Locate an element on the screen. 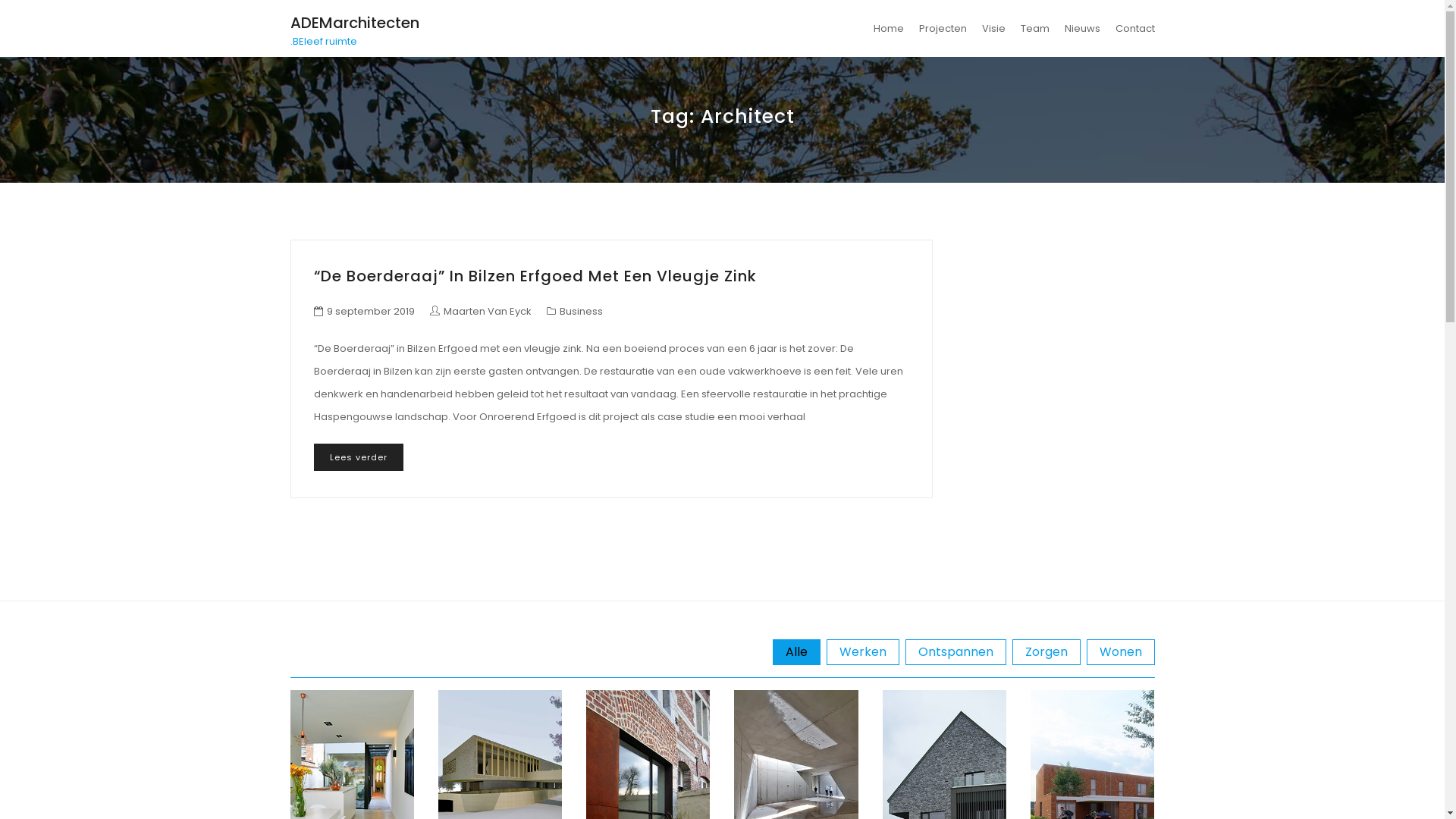 This screenshot has width=1456, height=819. '9 september 2019' is located at coordinates (370, 310).